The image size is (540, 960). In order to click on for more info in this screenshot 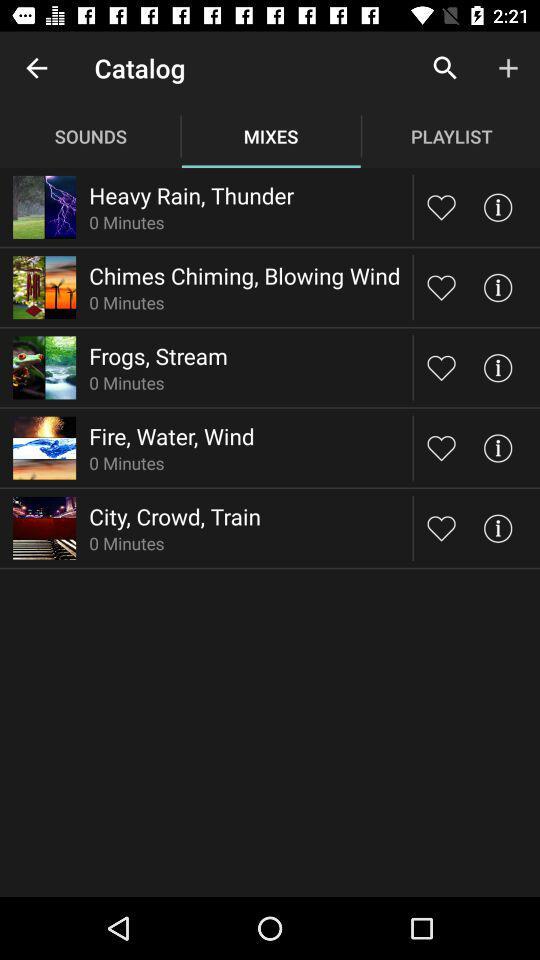, I will do `click(496, 366)`.